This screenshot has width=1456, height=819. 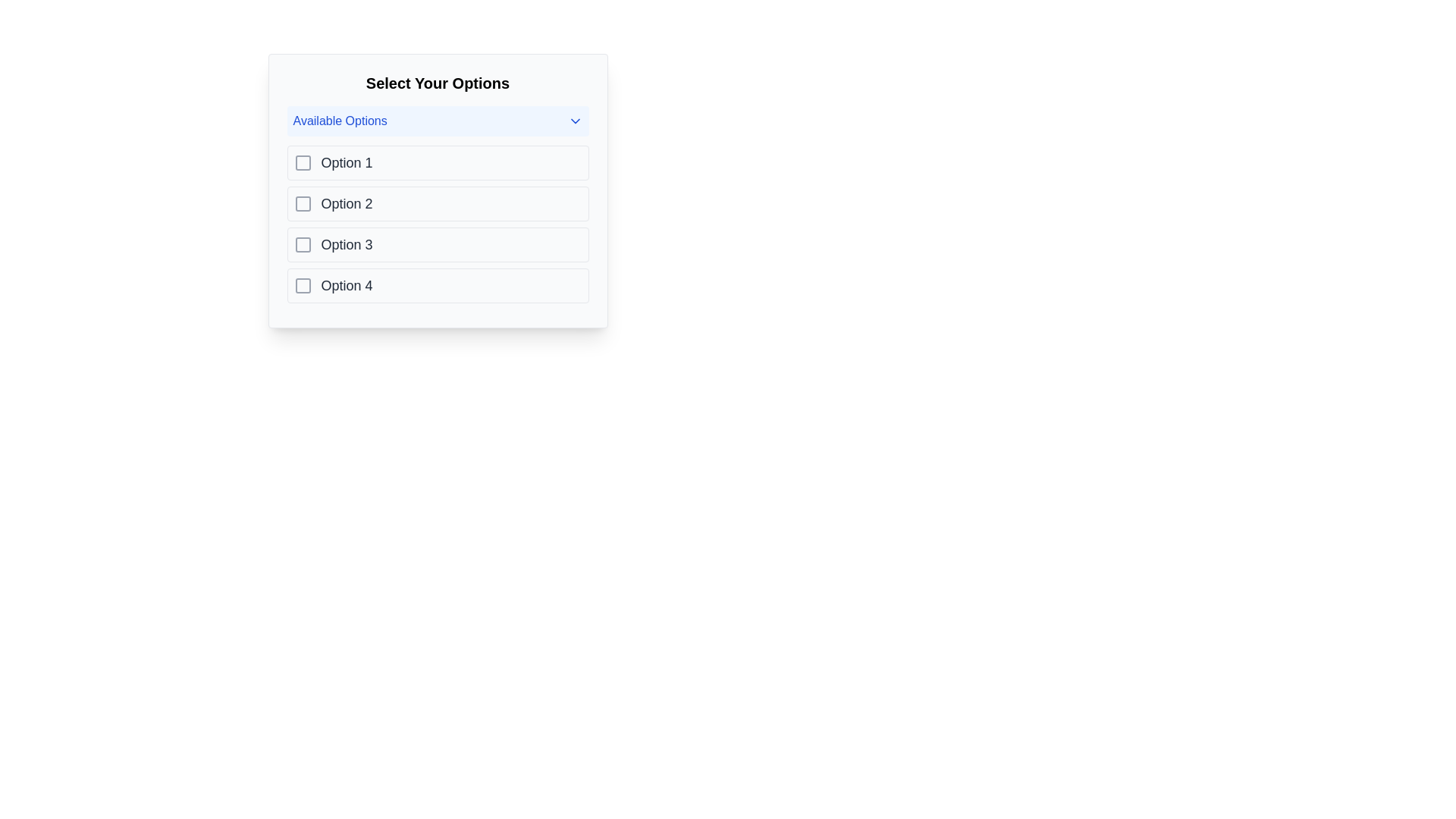 I want to click on text of the label indicating the name or identifier for the second selectable option in the list, which is positioned below 'Option 1' and above 'Option 3', and to the right of an icon, so click(x=346, y=203).